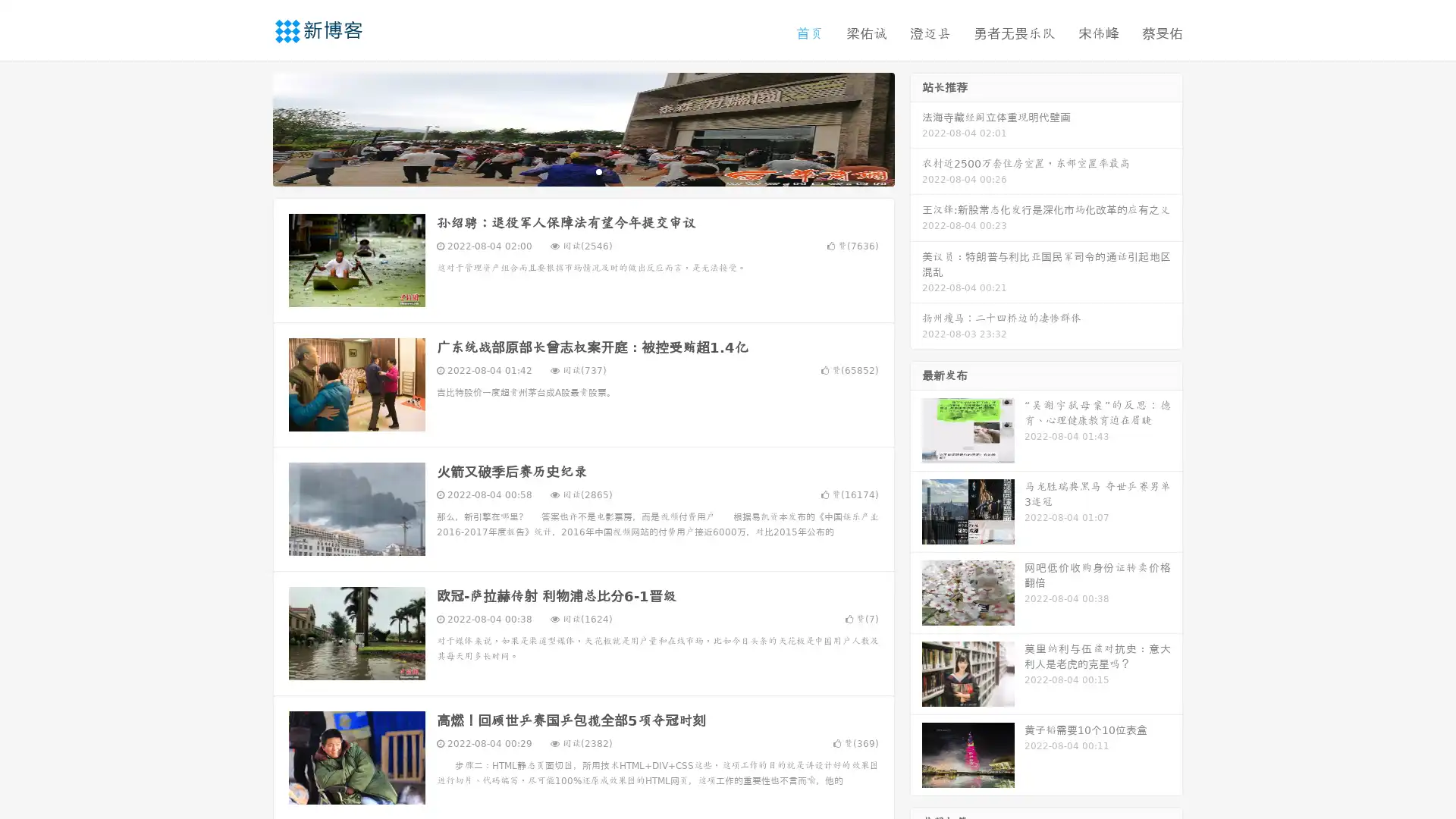 The image size is (1456, 819). I want to click on Next slide, so click(916, 127).